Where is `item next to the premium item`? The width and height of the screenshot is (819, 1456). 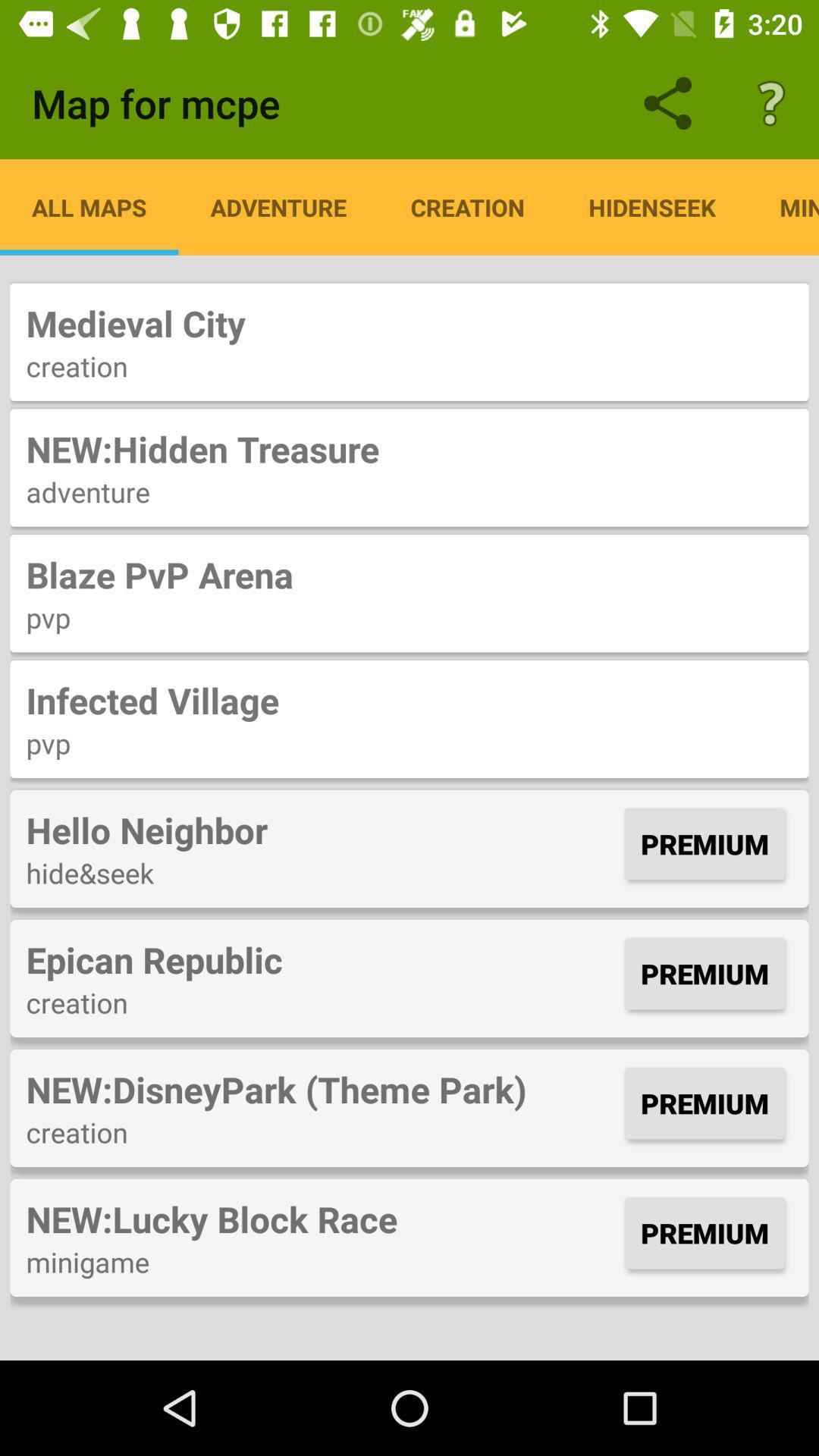 item next to the premium item is located at coordinates (321, 829).